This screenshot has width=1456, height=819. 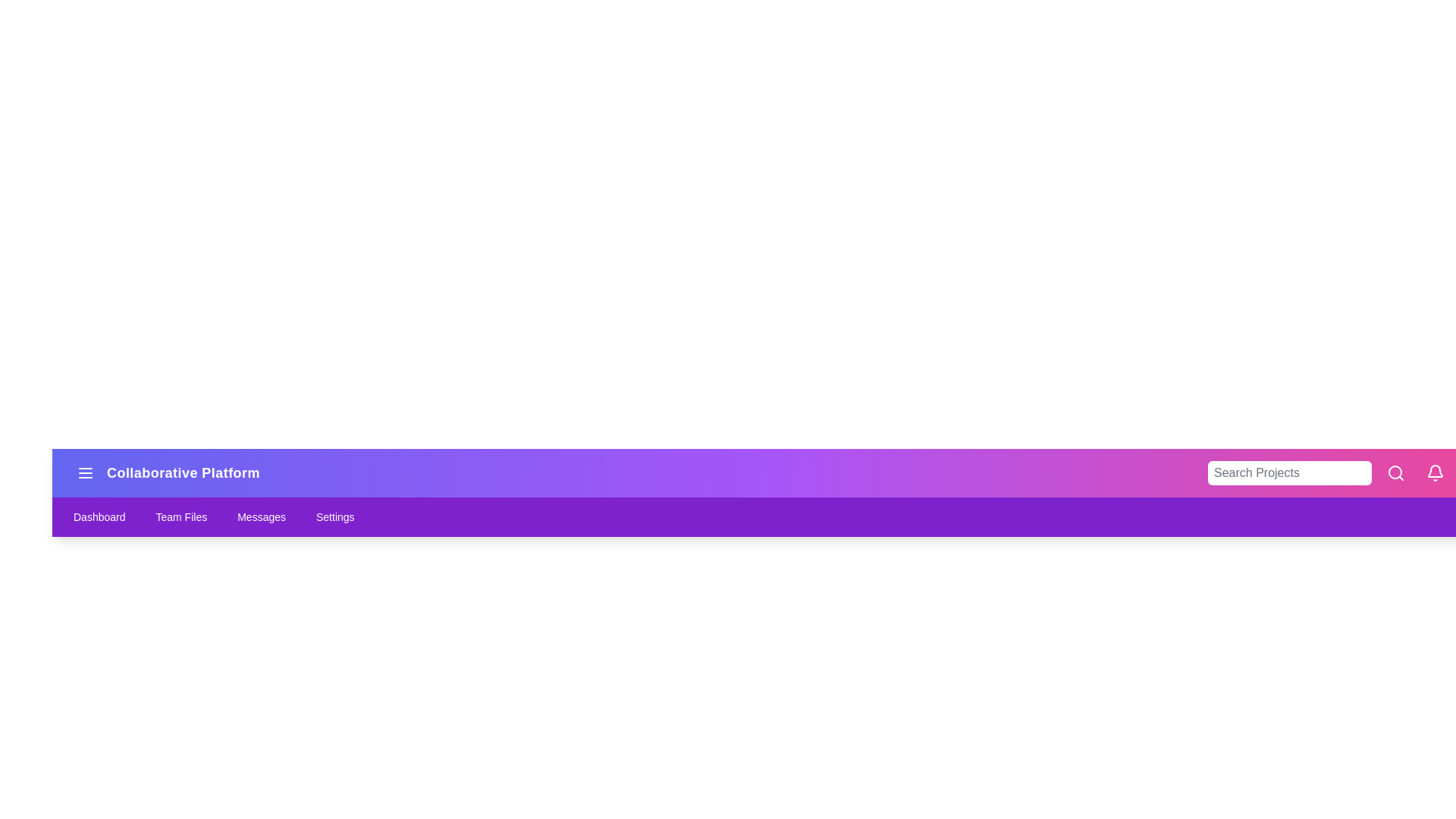 What do you see at coordinates (85, 472) in the screenshot?
I see `the Icon button, which is a horizontally-oriented button with three horizontal lines, located at the left edge of the top navigation bar, to activate hover effects` at bounding box center [85, 472].